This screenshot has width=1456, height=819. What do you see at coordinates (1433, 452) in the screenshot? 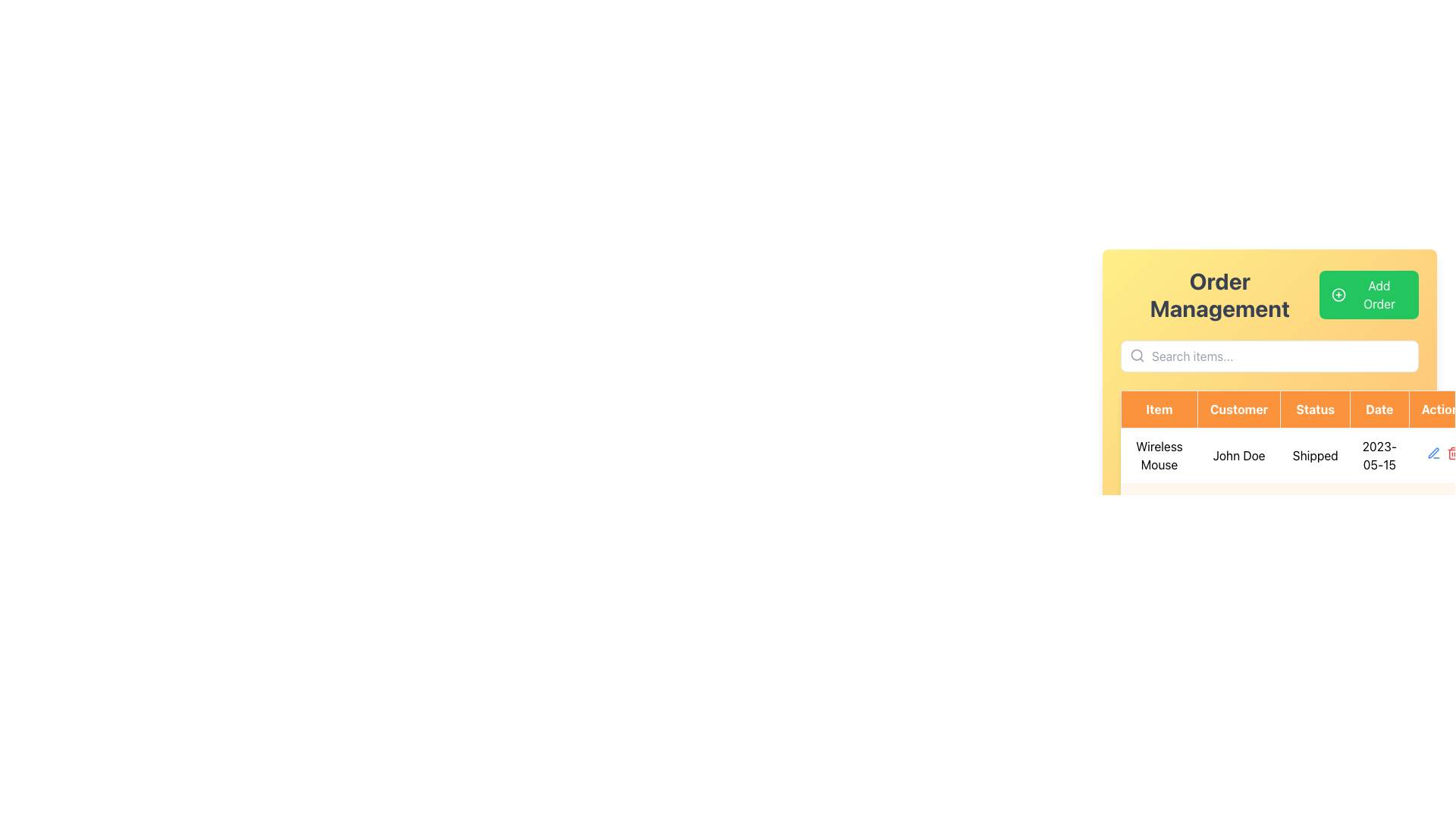
I see `the edit button in the 'Actions' column of the first row of the table` at bounding box center [1433, 452].